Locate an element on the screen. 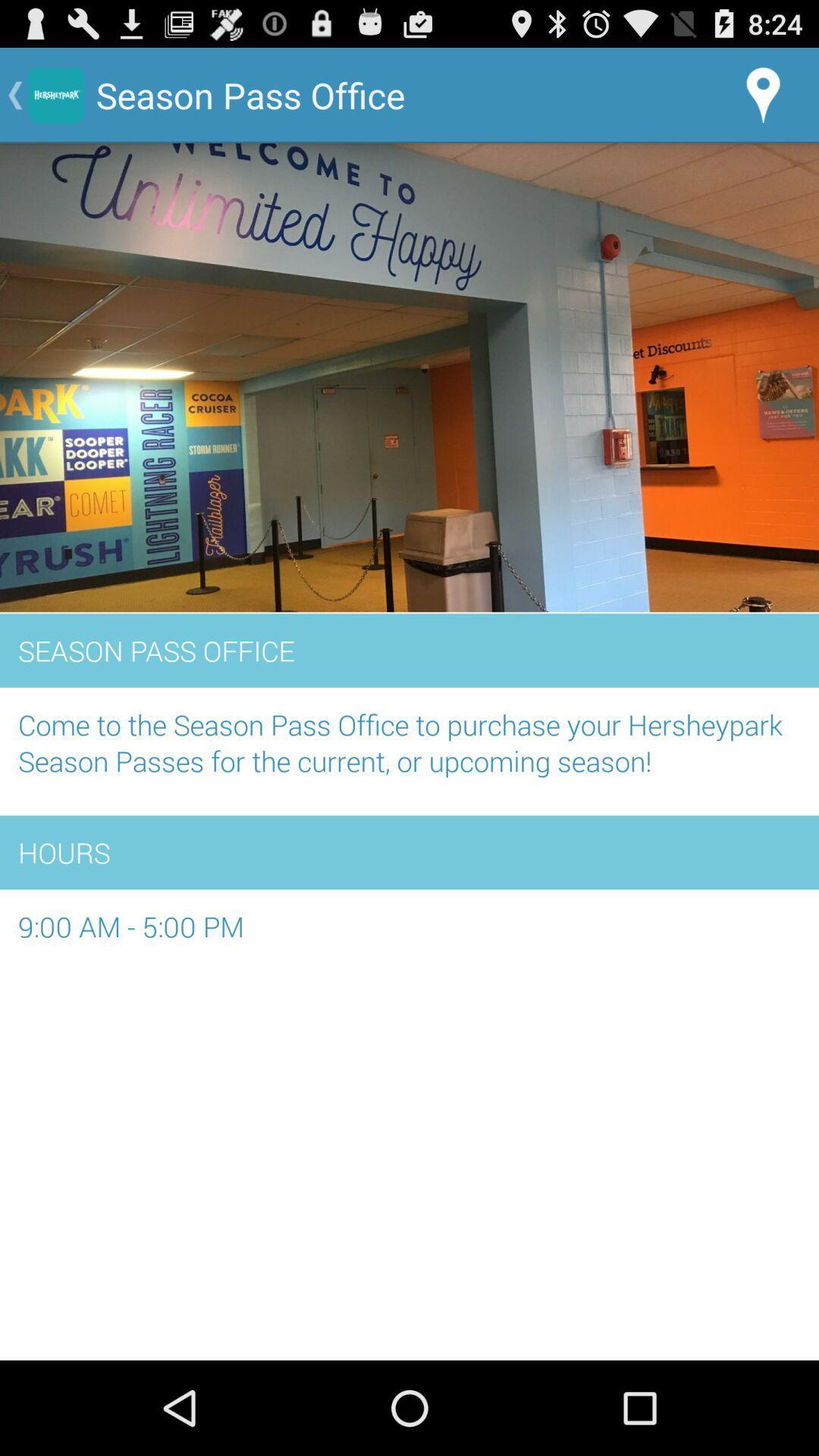 This screenshot has height=1456, width=819. the icon above the 9 00 am icon is located at coordinates (409, 852).